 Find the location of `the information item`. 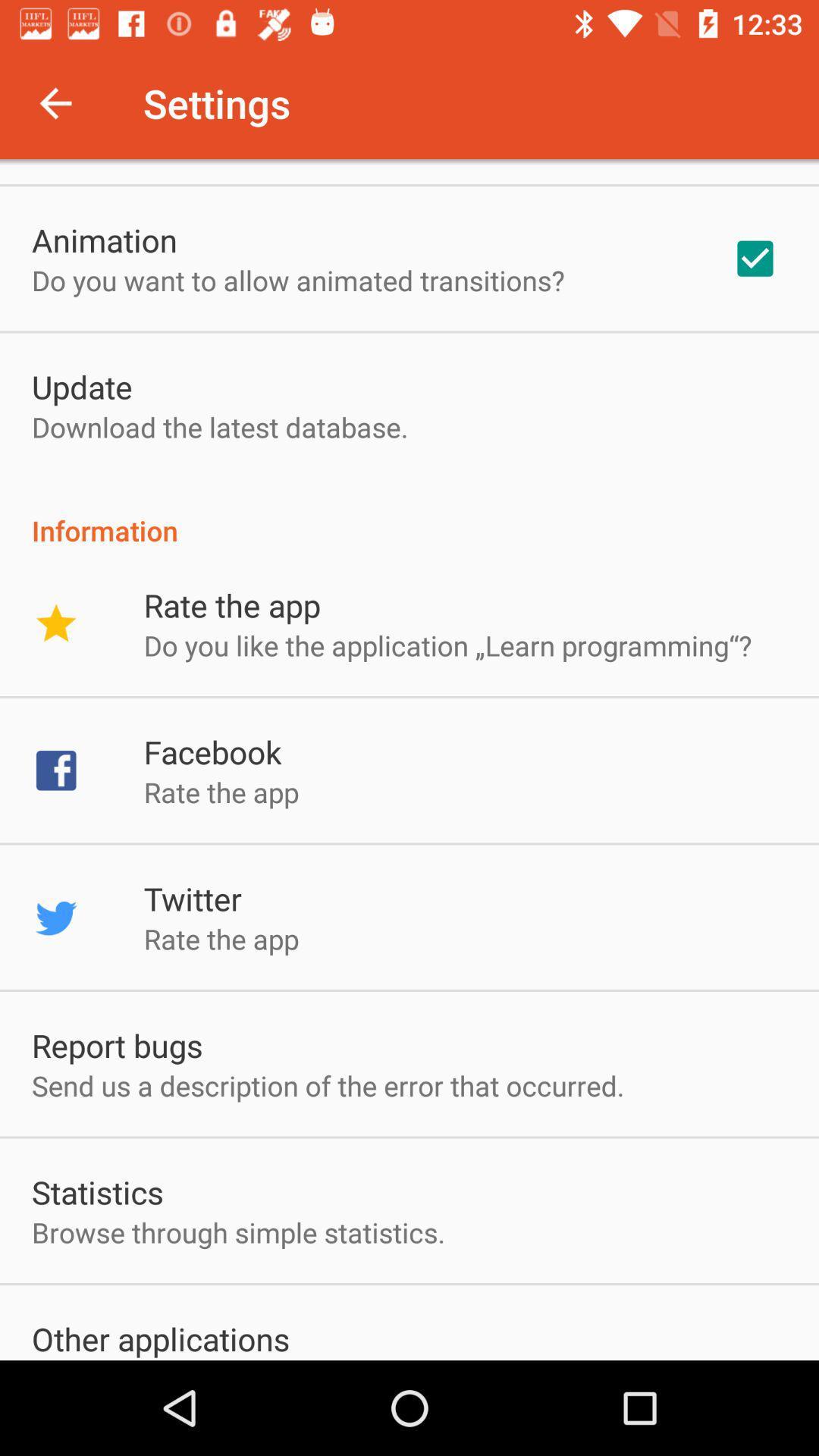

the information item is located at coordinates (409, 514).